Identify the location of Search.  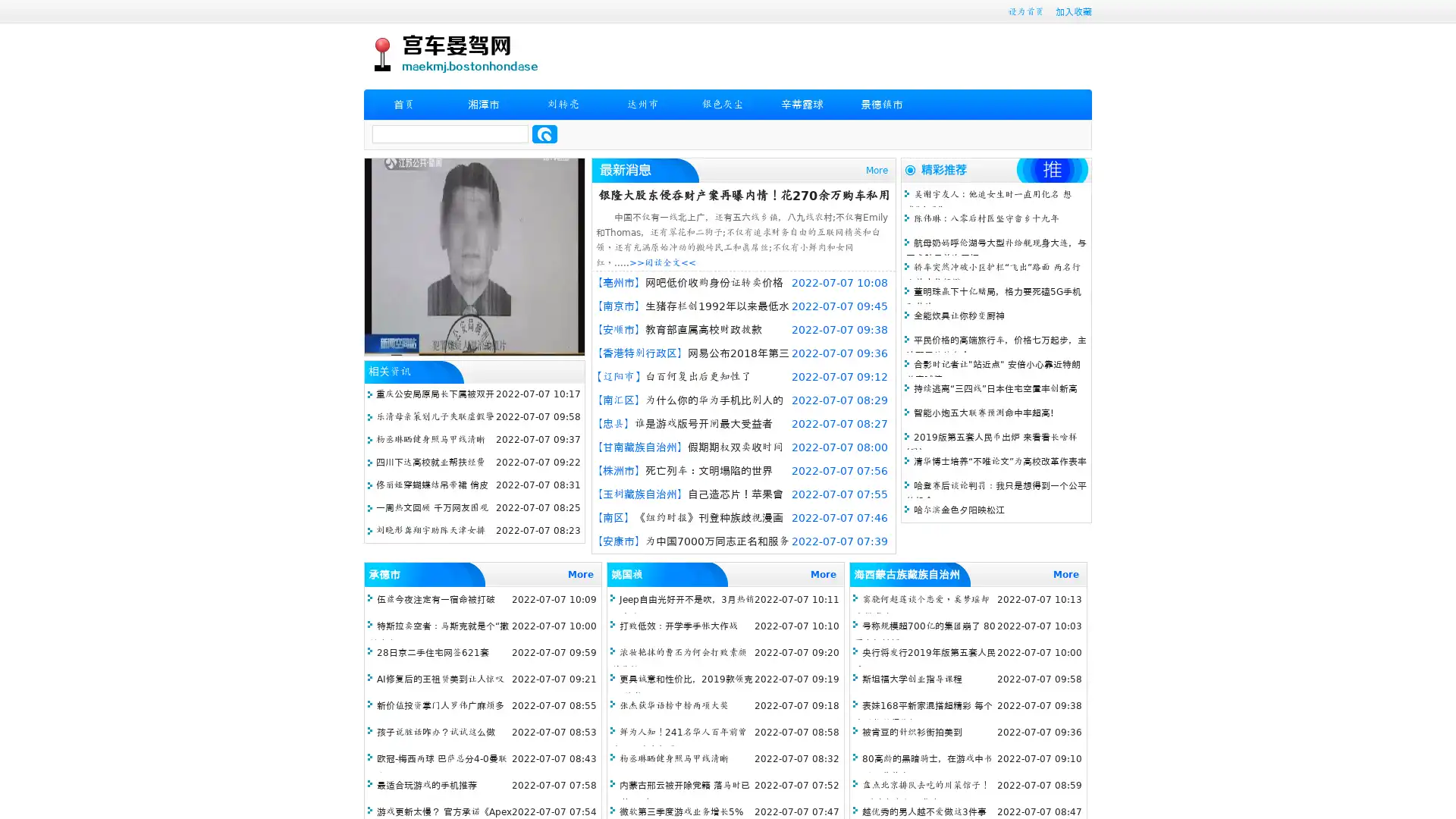
(544, 133).